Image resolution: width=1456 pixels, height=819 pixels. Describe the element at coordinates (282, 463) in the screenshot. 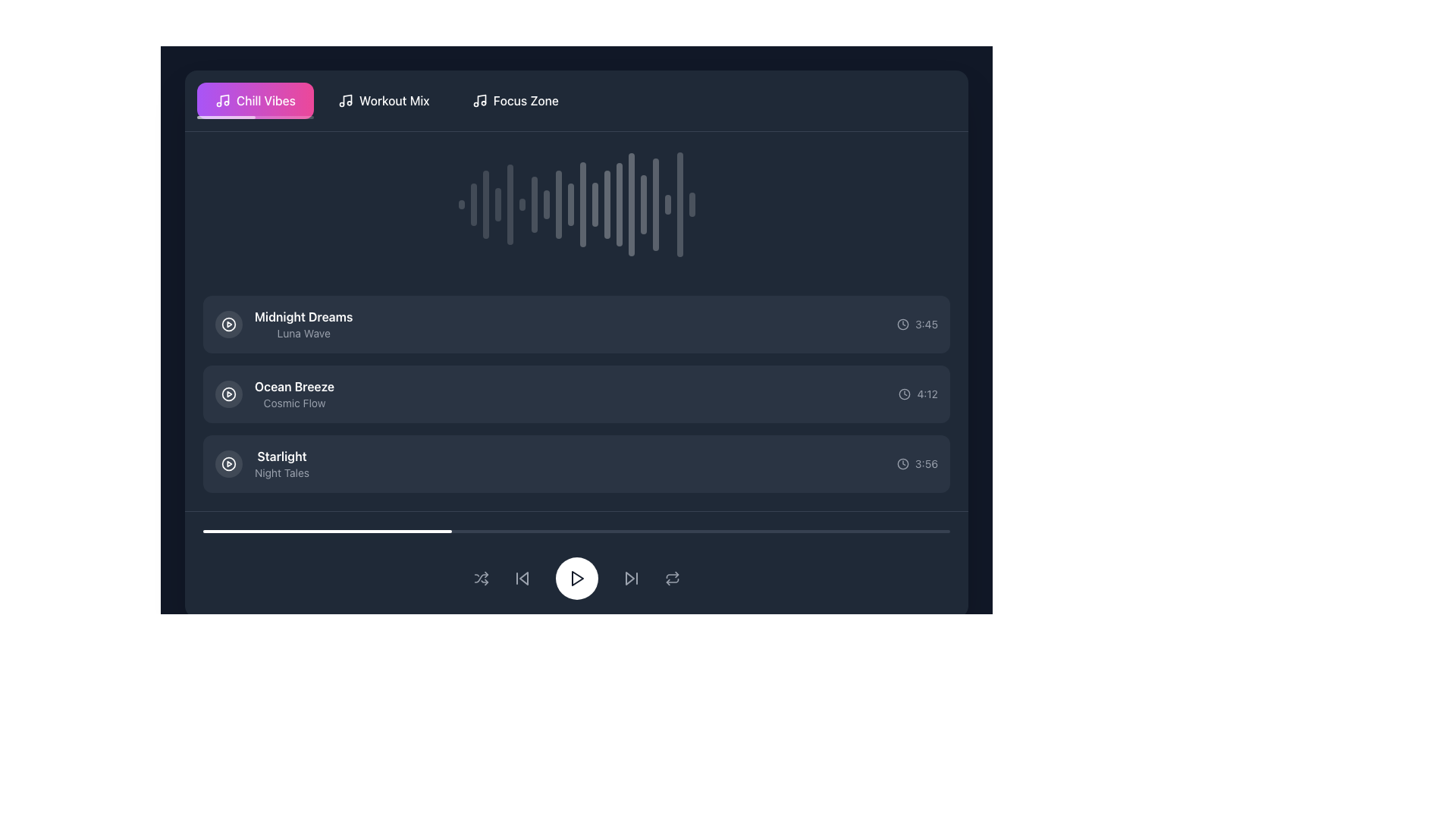

I see `content displayed in the Text Display element that shows the title 'Starlight' and subtitle 'Night Tales' as the third item in the media library list` at that location.